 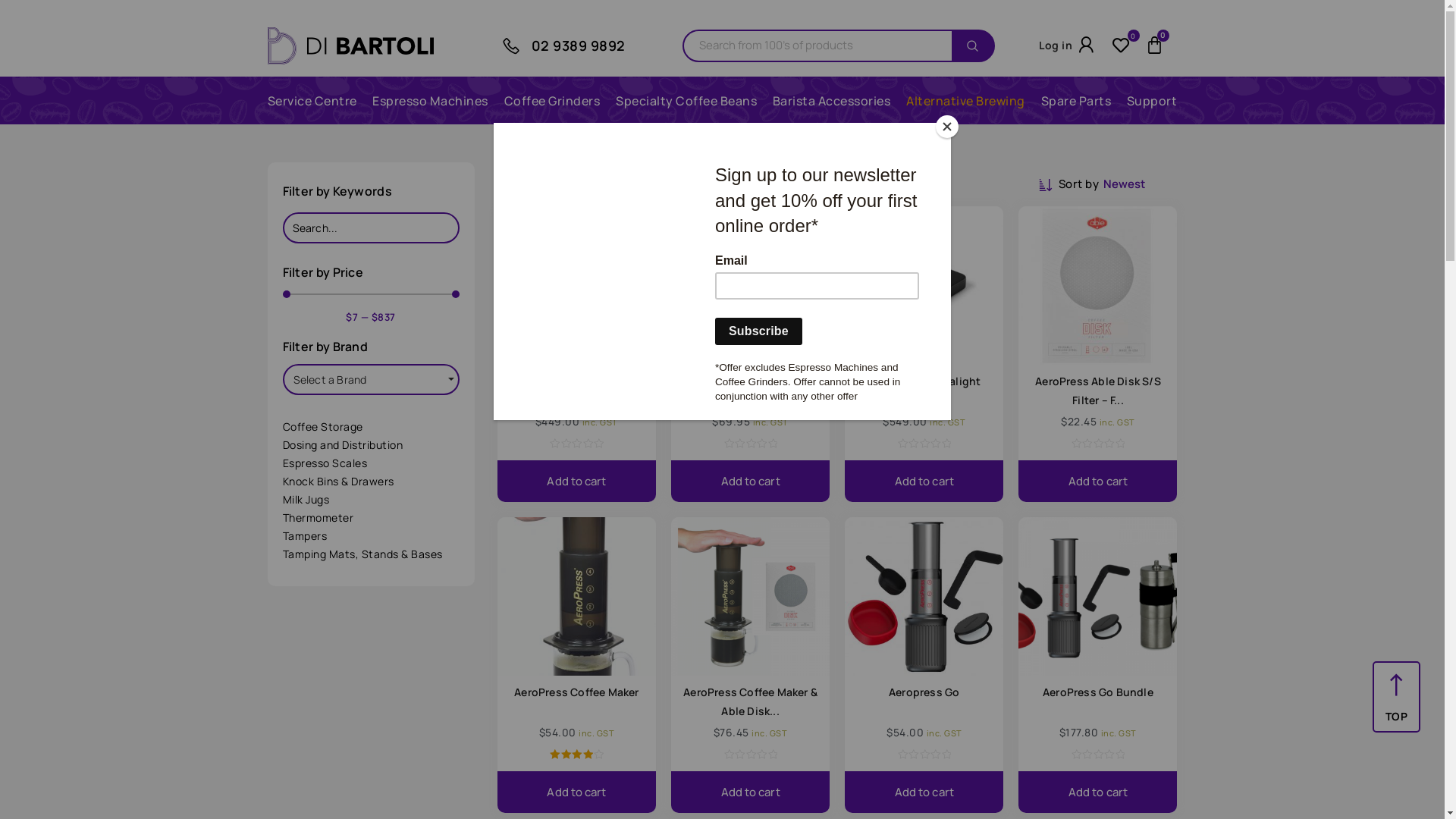 What do you see at coordinates (686, 100) in the screenshot?
I see `'Specialty Coffee Beans'` at bounding box center [686, 100].